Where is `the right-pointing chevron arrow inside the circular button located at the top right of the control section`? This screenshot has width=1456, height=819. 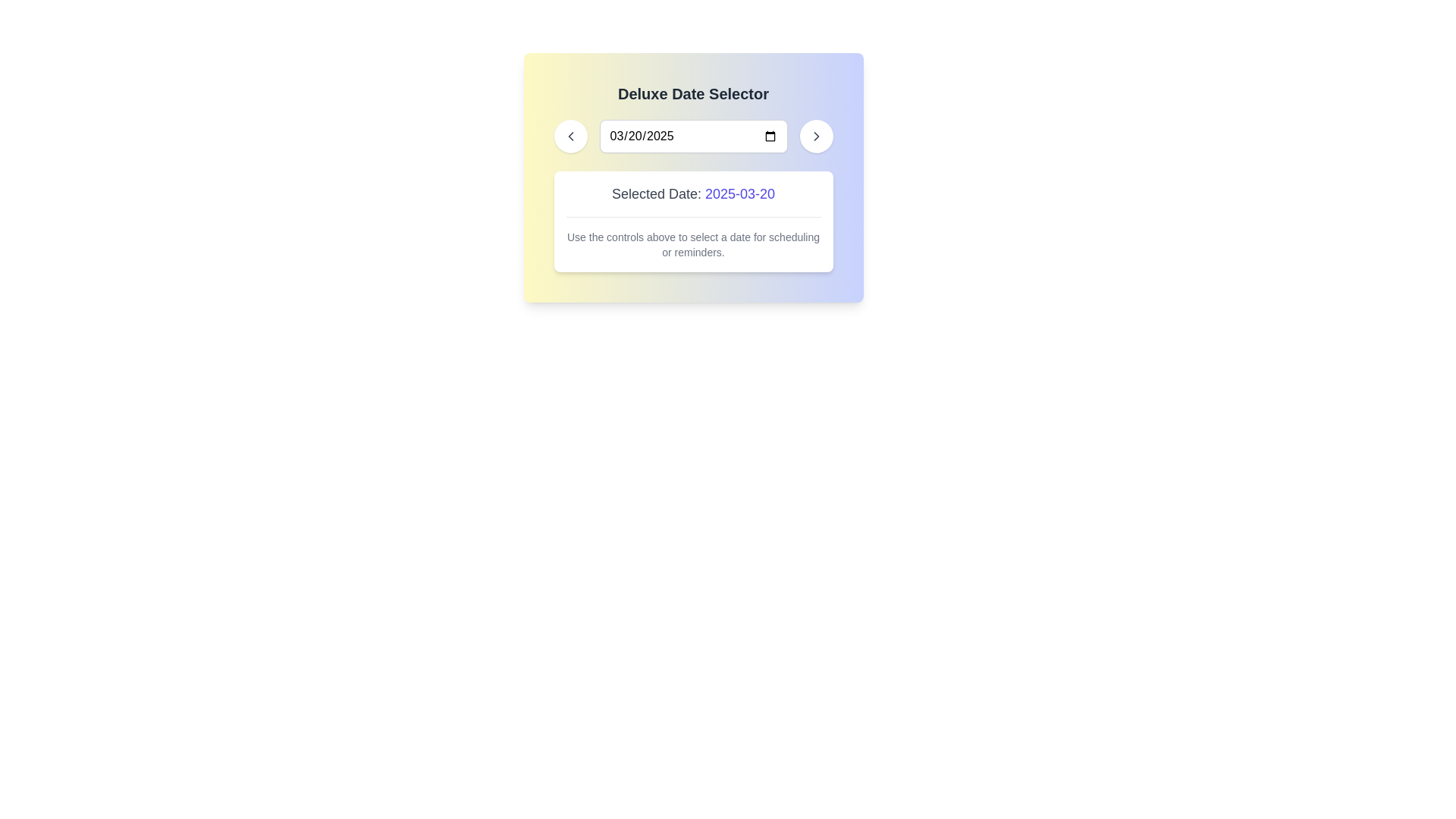 the right-pointing chevron arrow inside the circular button located at the top right of the control section is located at coordinates (815, 136).